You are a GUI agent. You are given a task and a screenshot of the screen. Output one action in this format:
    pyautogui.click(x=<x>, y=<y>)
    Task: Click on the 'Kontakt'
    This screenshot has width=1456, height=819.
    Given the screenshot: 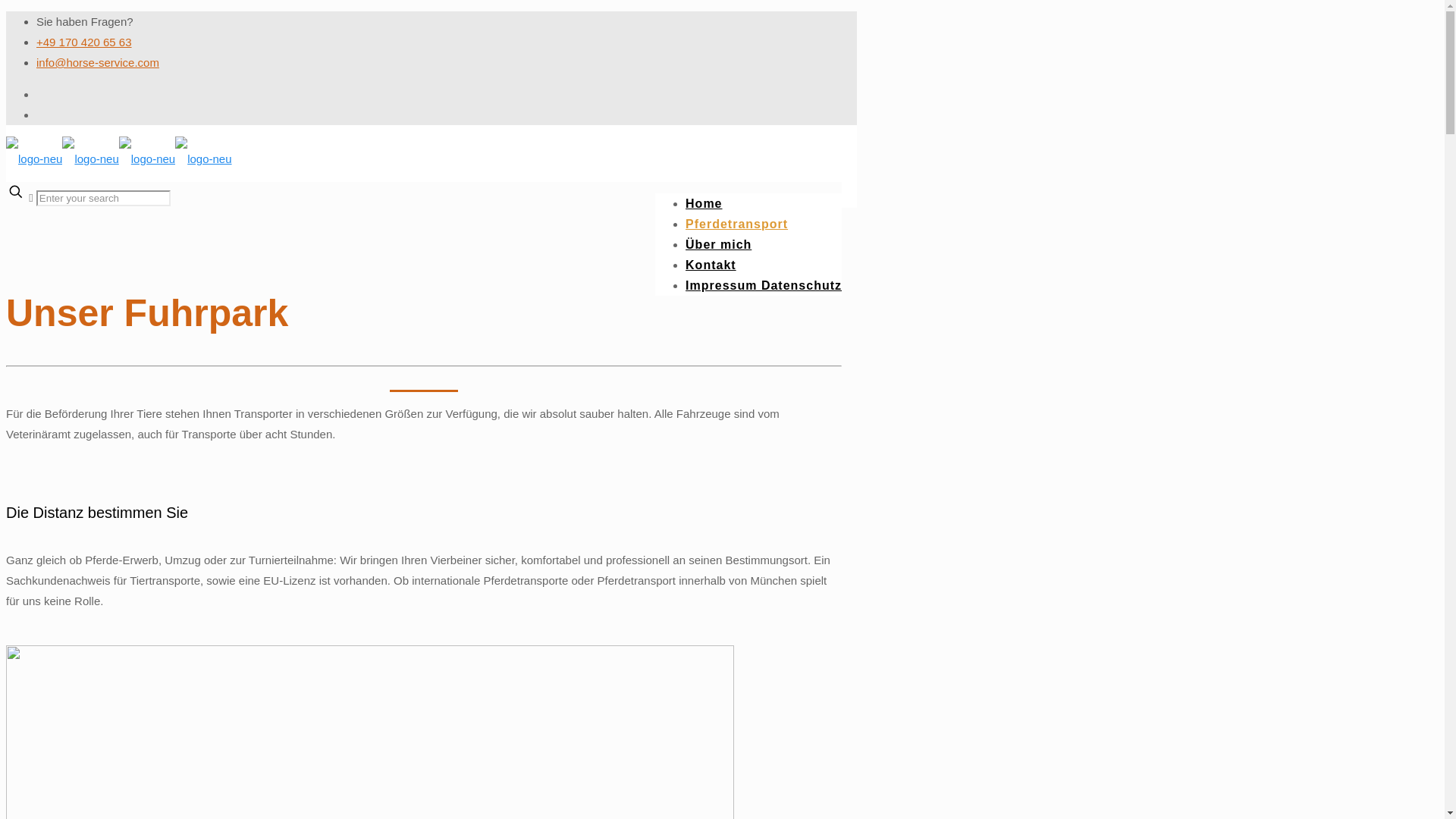 What is the action you would take?
    pyautogui.click(x=710, y=264)
    